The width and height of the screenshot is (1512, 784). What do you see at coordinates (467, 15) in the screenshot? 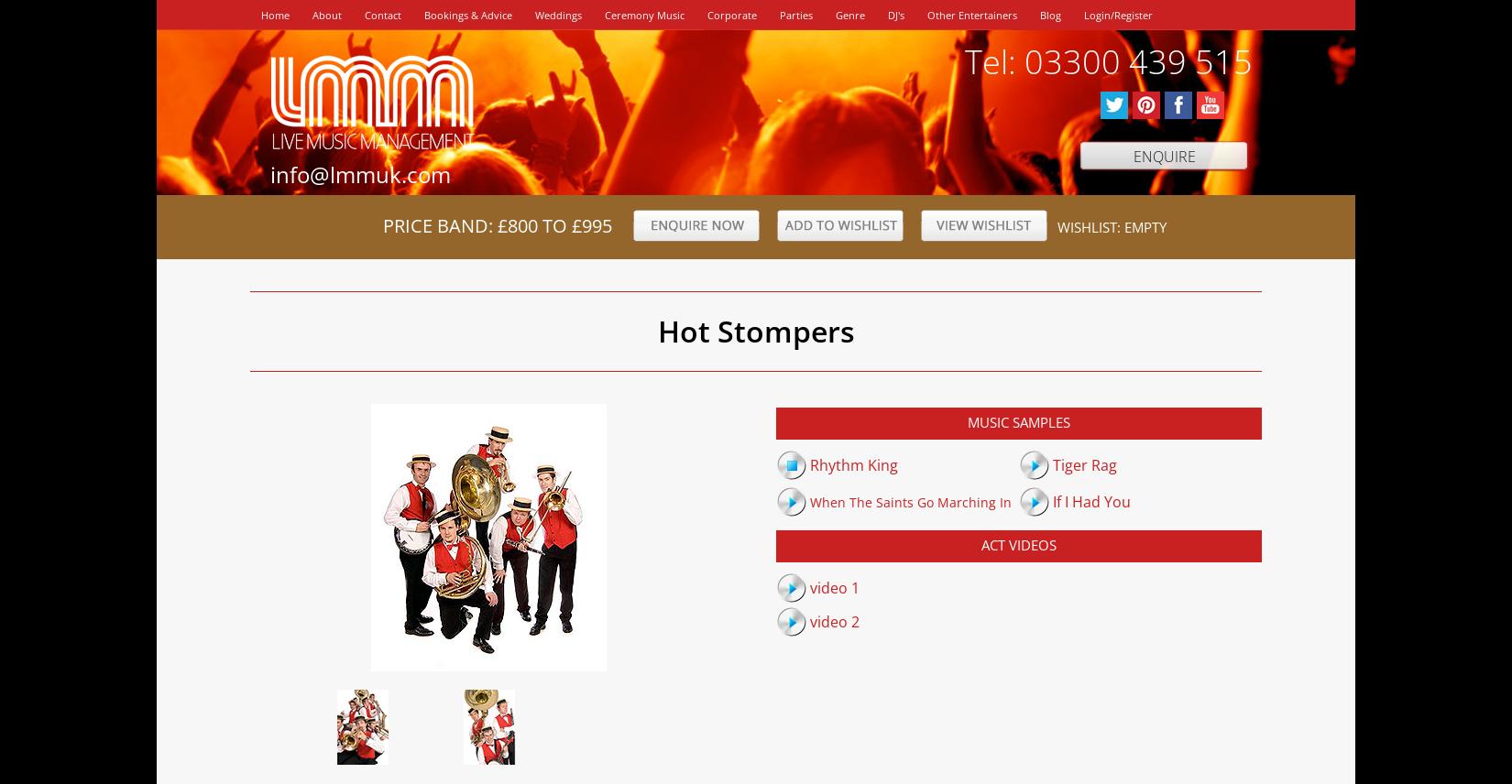
I see `'Bookings & Advice'` at bounding box center [467, 15].